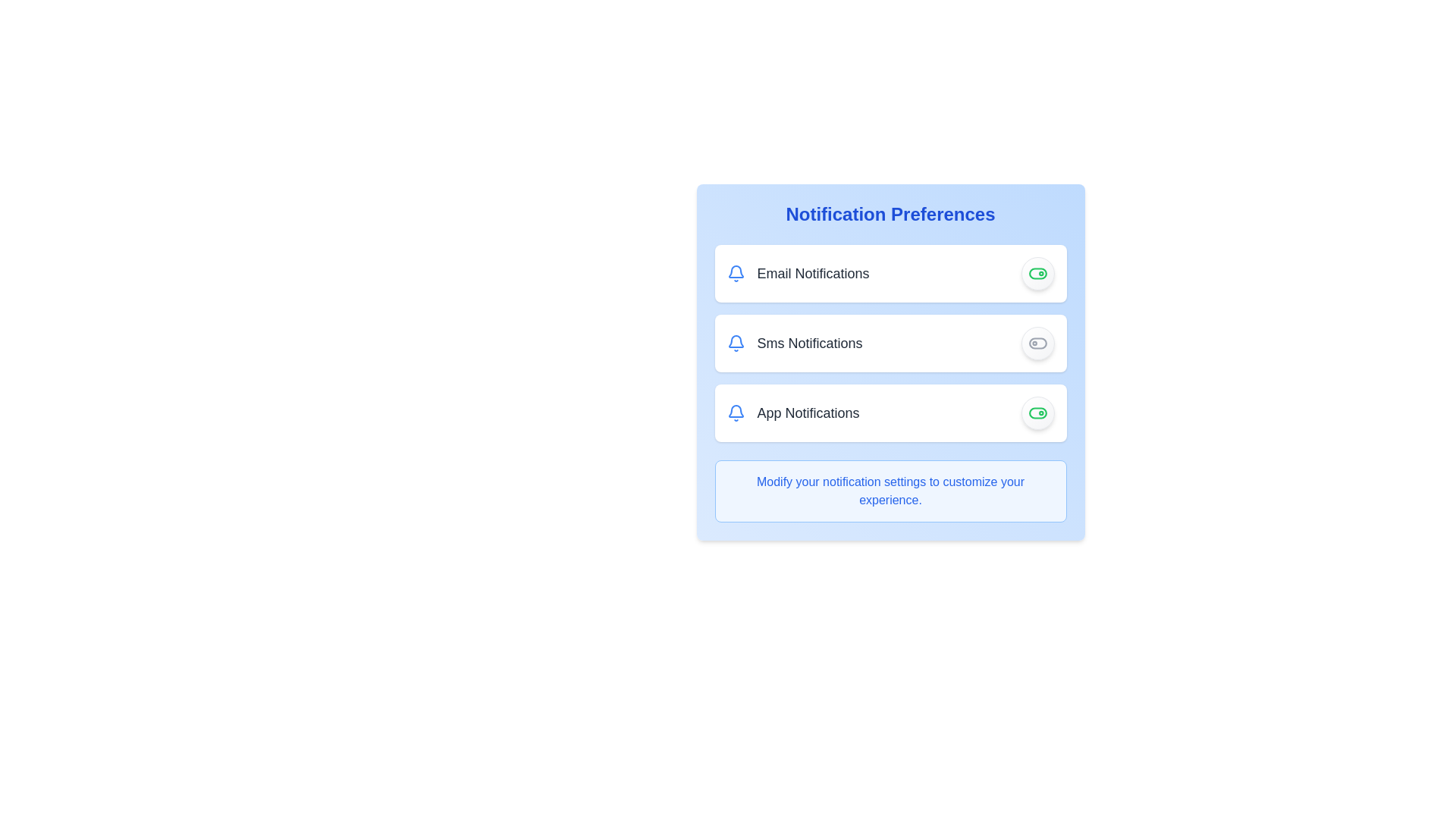  I want to click on the active toggle switch located to the right of the 'App Notifications' label in the third row of the notification preferences list, so click(1037, 413).